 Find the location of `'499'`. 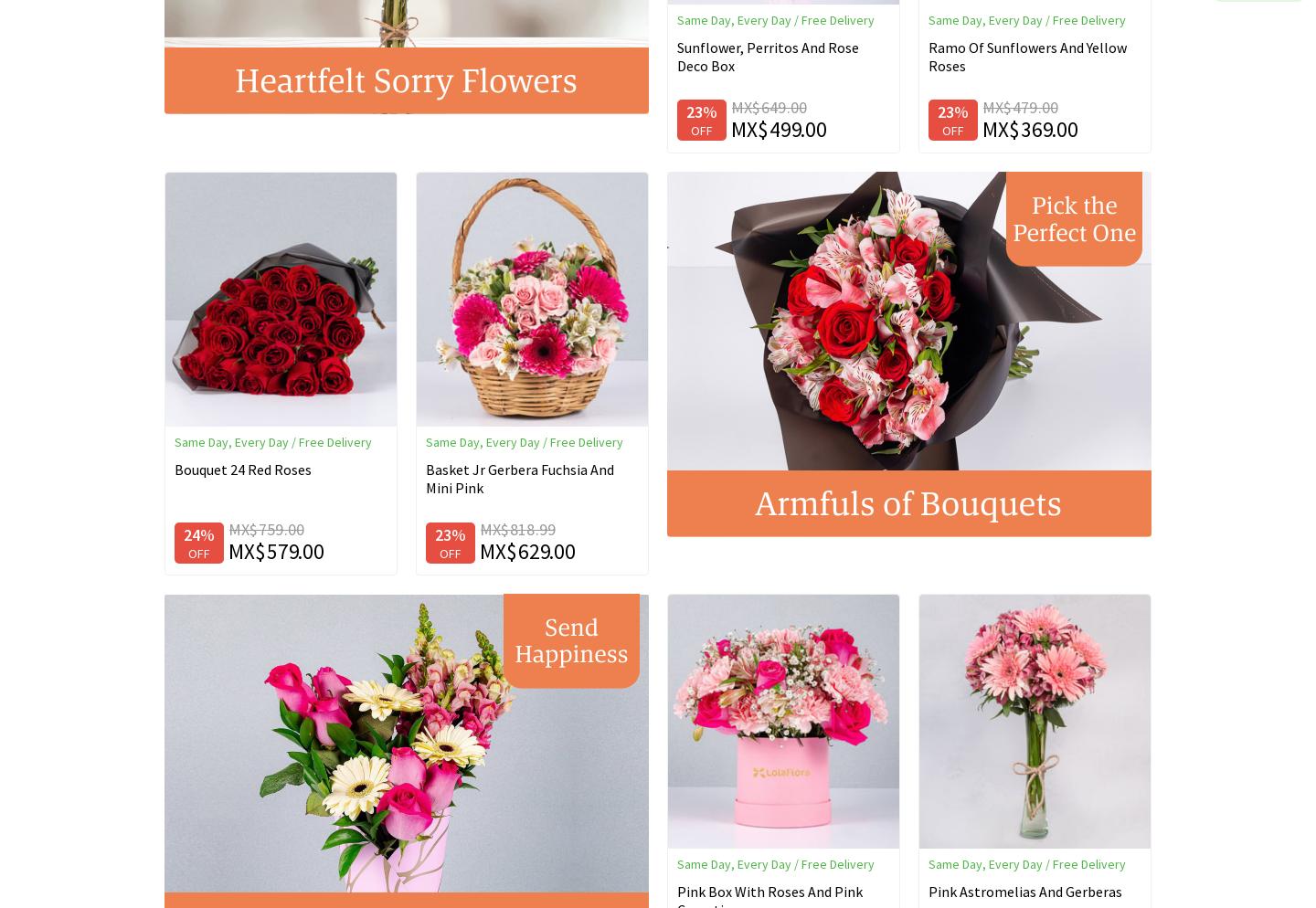

'499' is located at coordinates (784, 127).